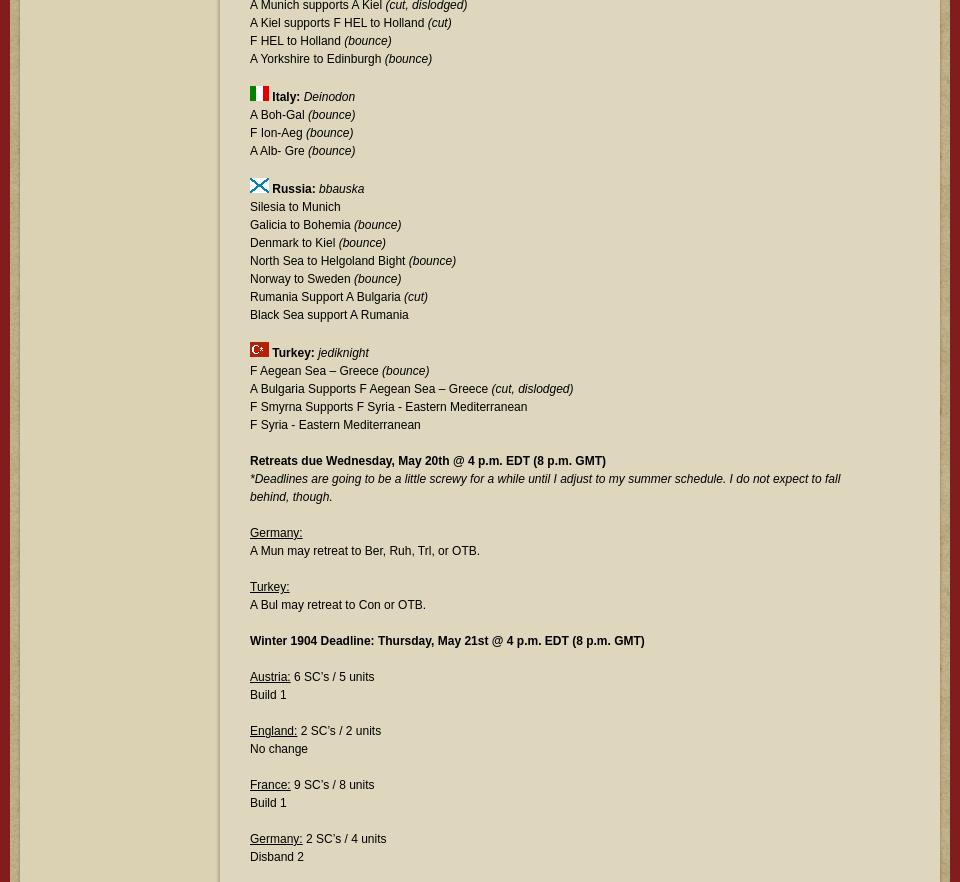 The image size is (960, 882). What do you see at coordinates (335, 424) in the screenshot?
I see `'F Syria - Eastern Mediterranean'` at bounding box center [335, 424].